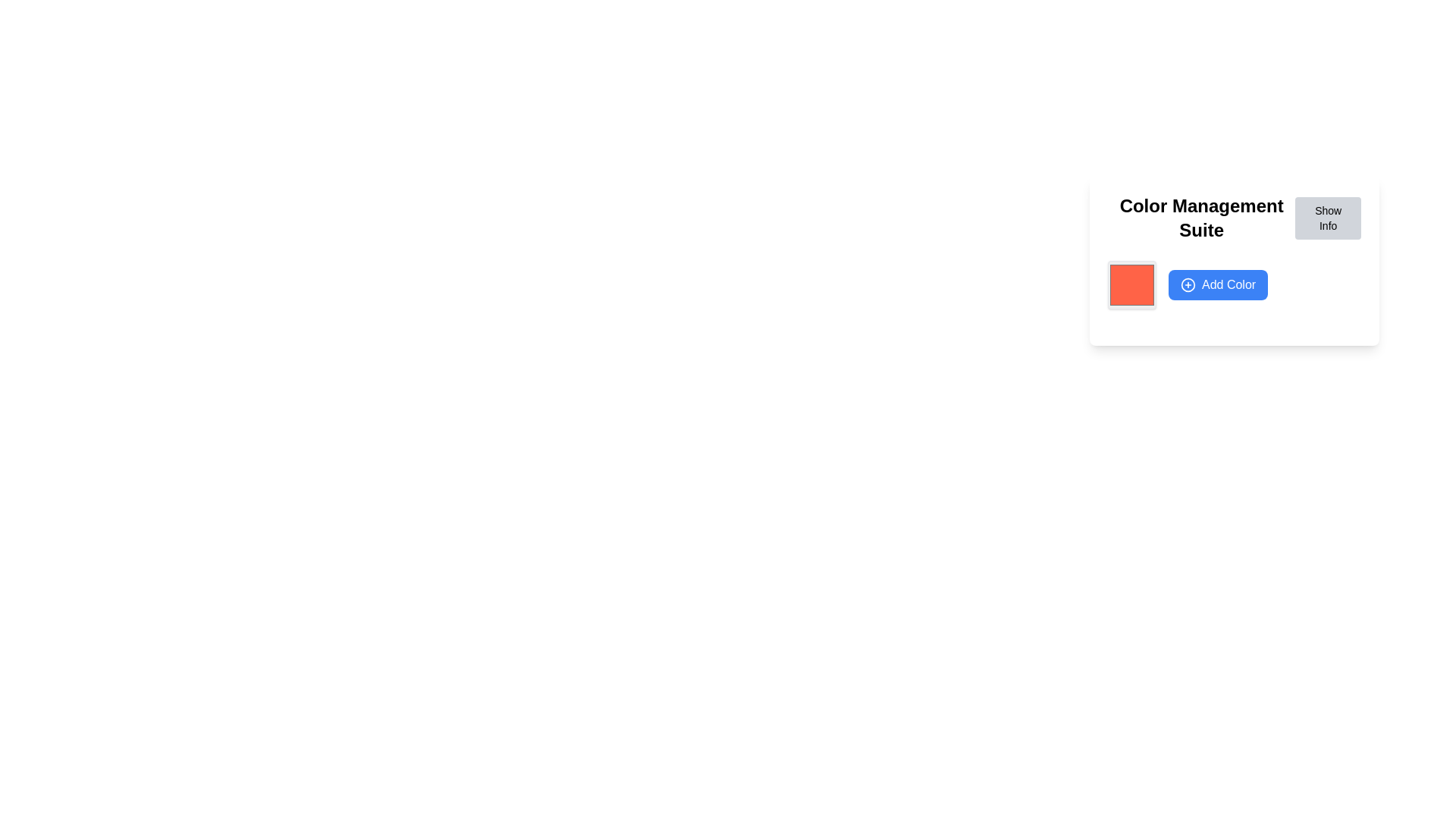 This screenshot has width=1456, height=819. Describe the element at coordinates (1228, 284) in the screenshot. I see `the 'Add Color' text label within the button, which is styled in white text on a blue background and located below the 'Color Management Suite' header` at that location.